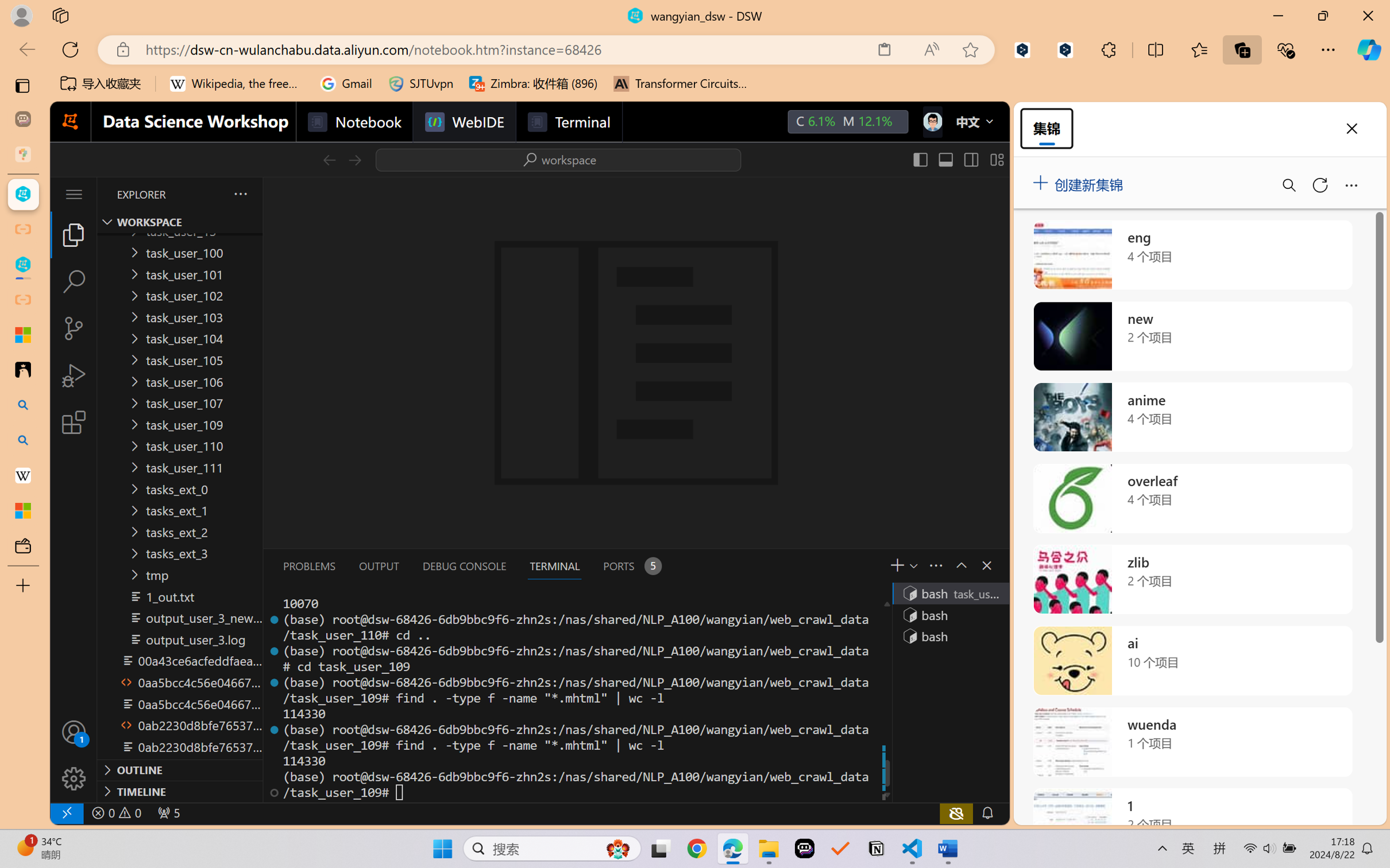  Describe the element at coordinates (22, 475) in the screenshot. I see `'Earth - Wikipedia'` at that location.